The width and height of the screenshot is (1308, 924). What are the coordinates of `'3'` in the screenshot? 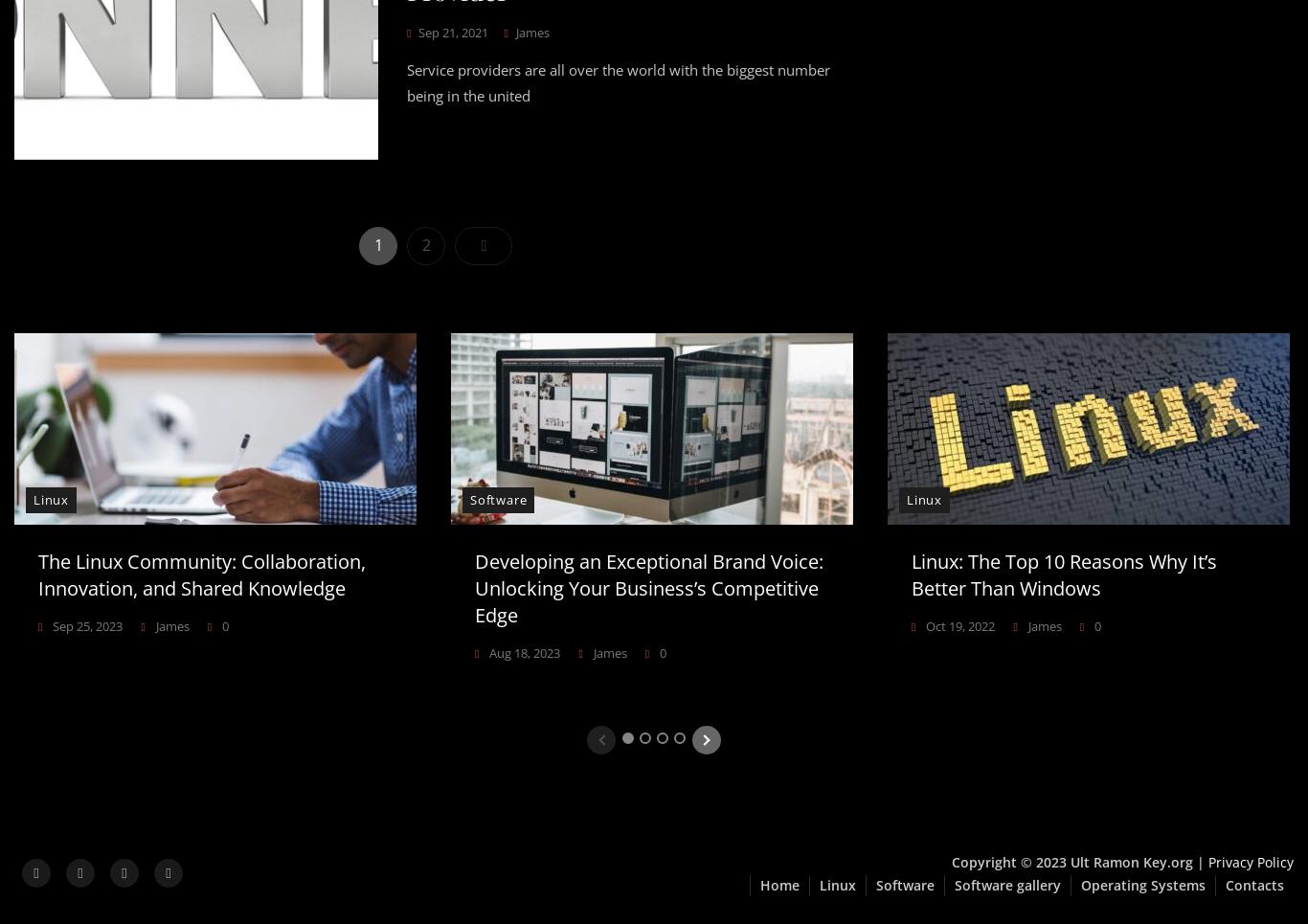 It's located at (663, 735).